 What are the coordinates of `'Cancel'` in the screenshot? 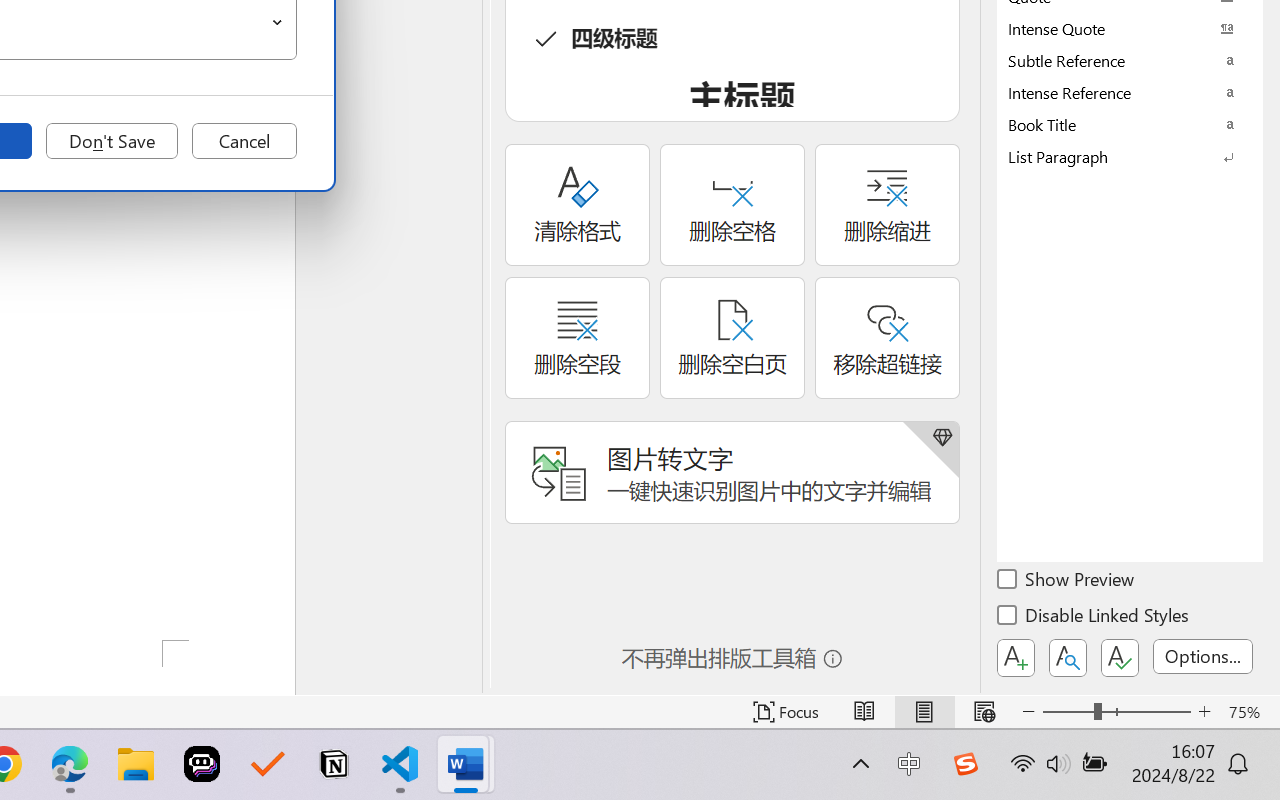 It's located at (243, 141).